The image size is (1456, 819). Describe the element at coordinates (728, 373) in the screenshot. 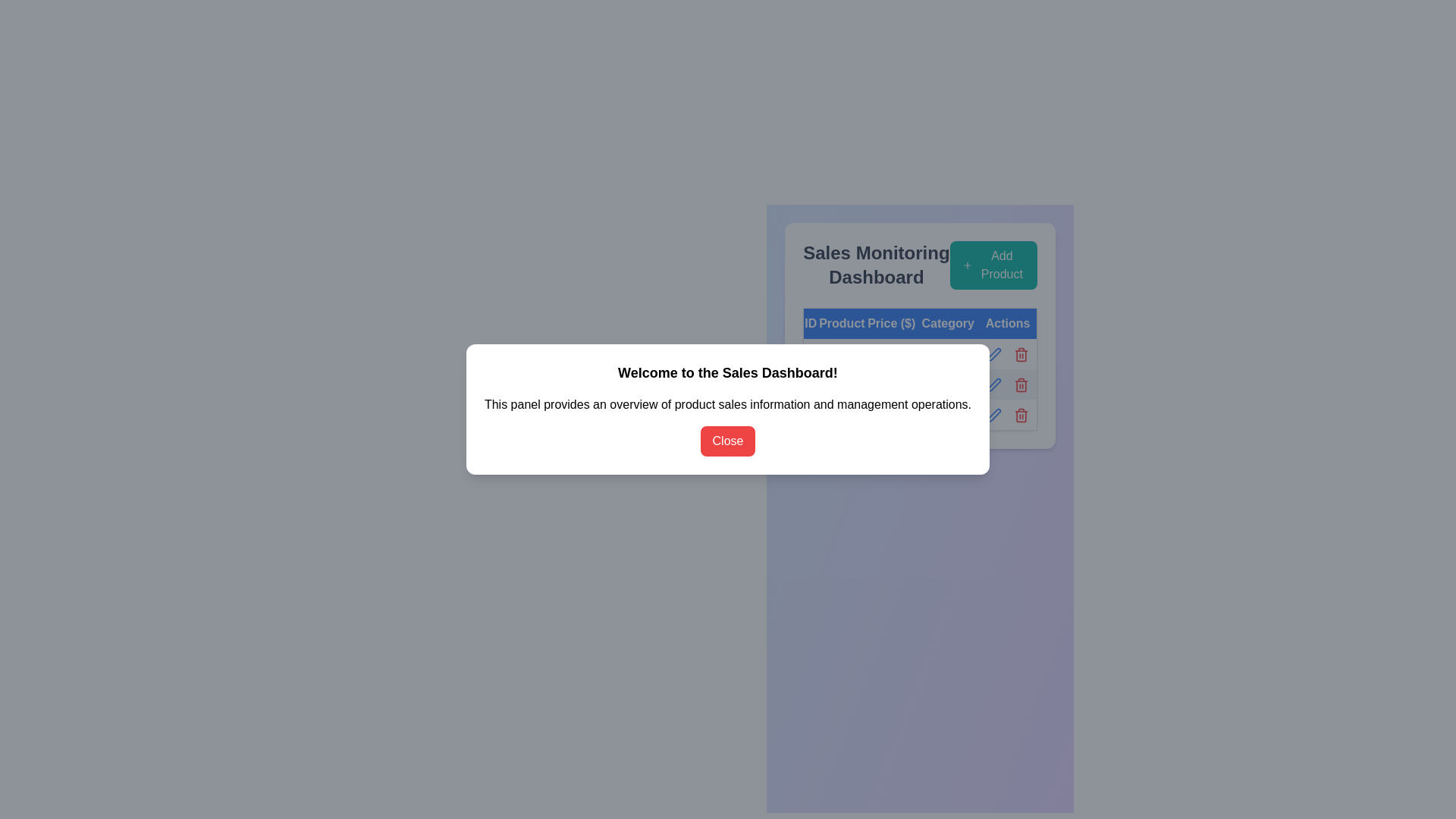

I see `the text header 'Welcome to the Sales Dashboard!' which is styled in bold, large font and located at the top of a white rectangular panel` at that location.